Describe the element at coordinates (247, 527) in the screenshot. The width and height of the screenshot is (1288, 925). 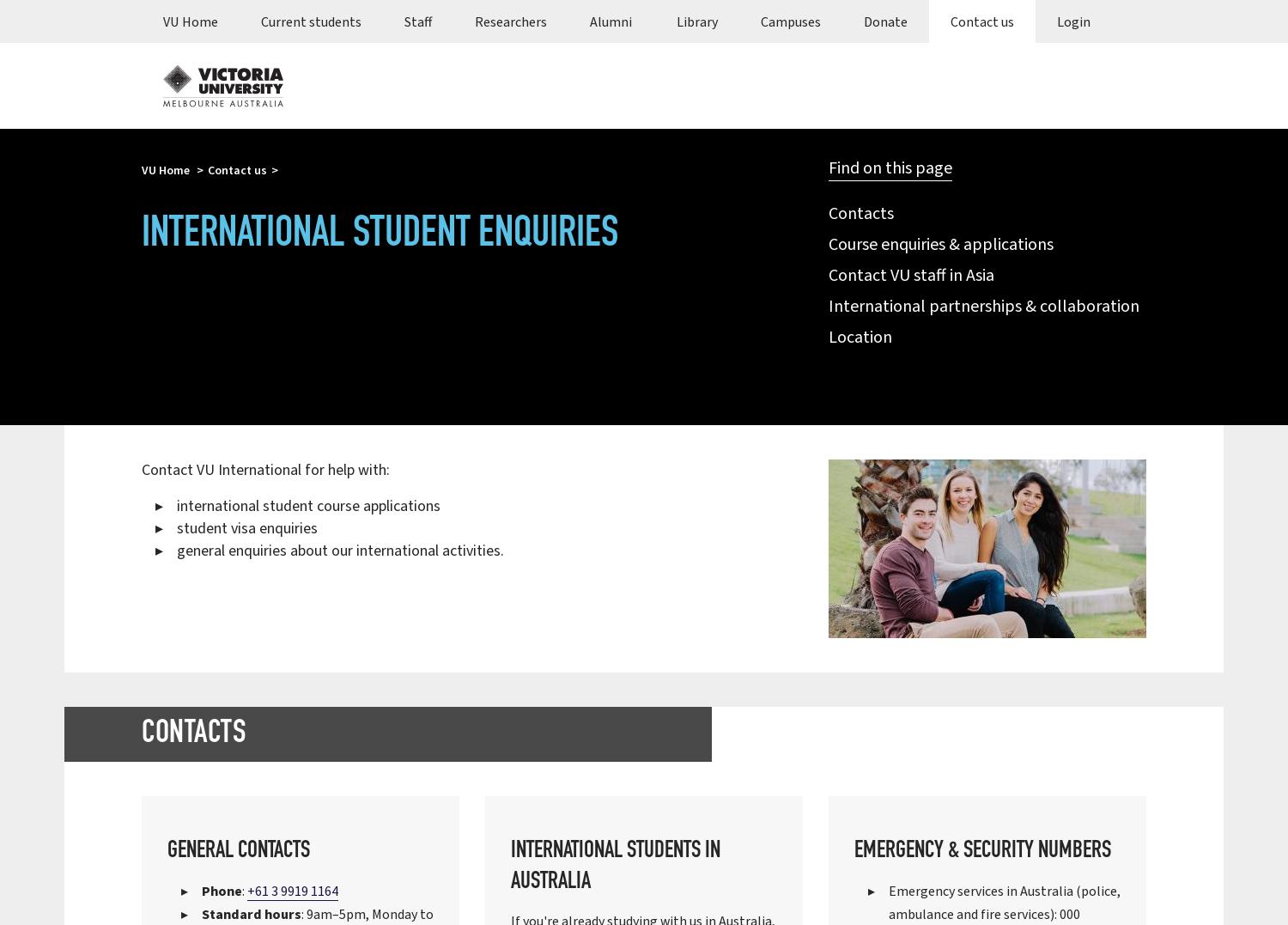
I see `'student visa enquiries'` at that location.